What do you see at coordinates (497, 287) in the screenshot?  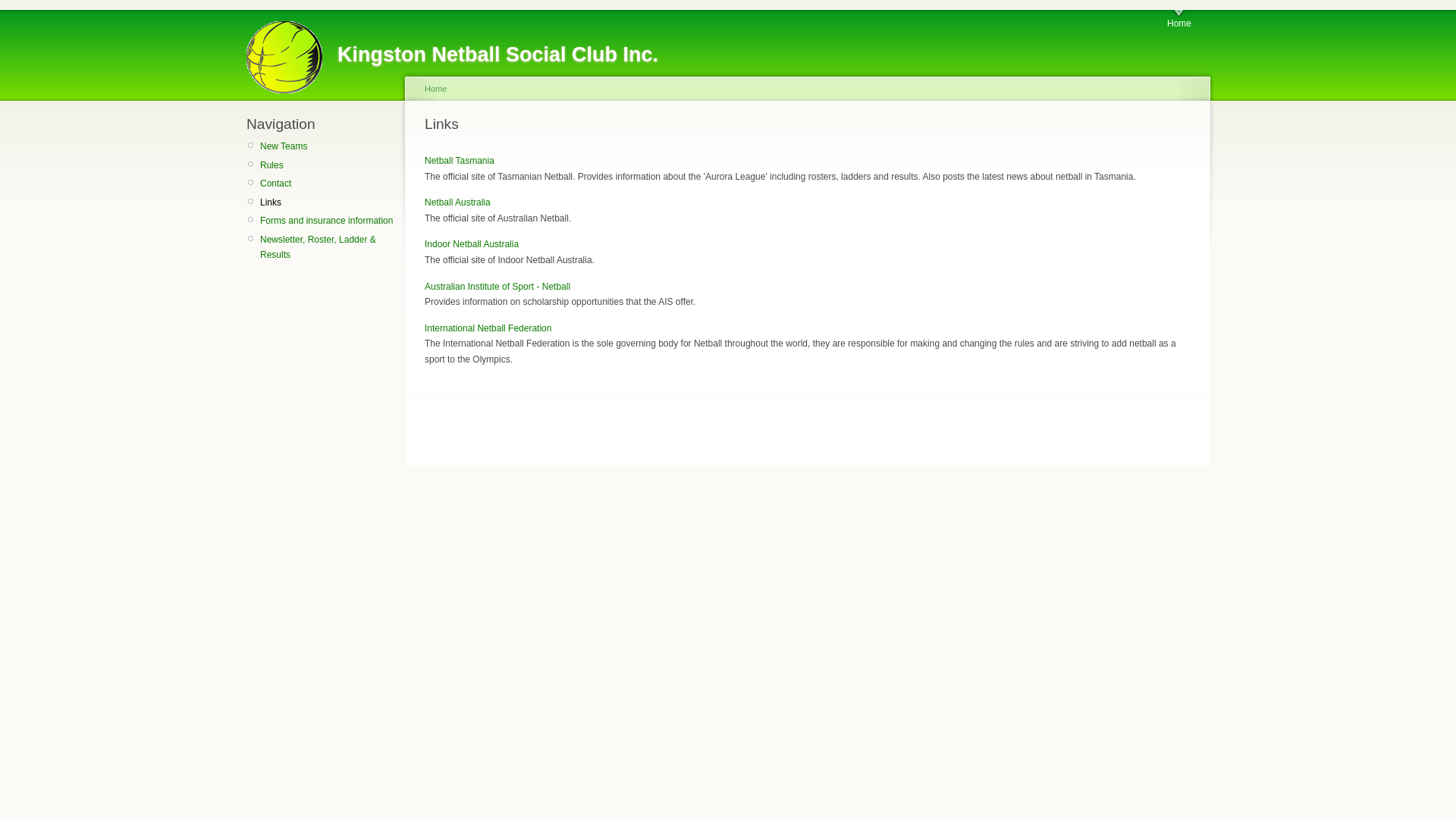 I see `'Australian Institute of Sport - Netball'` at bounding box center [497, 287].